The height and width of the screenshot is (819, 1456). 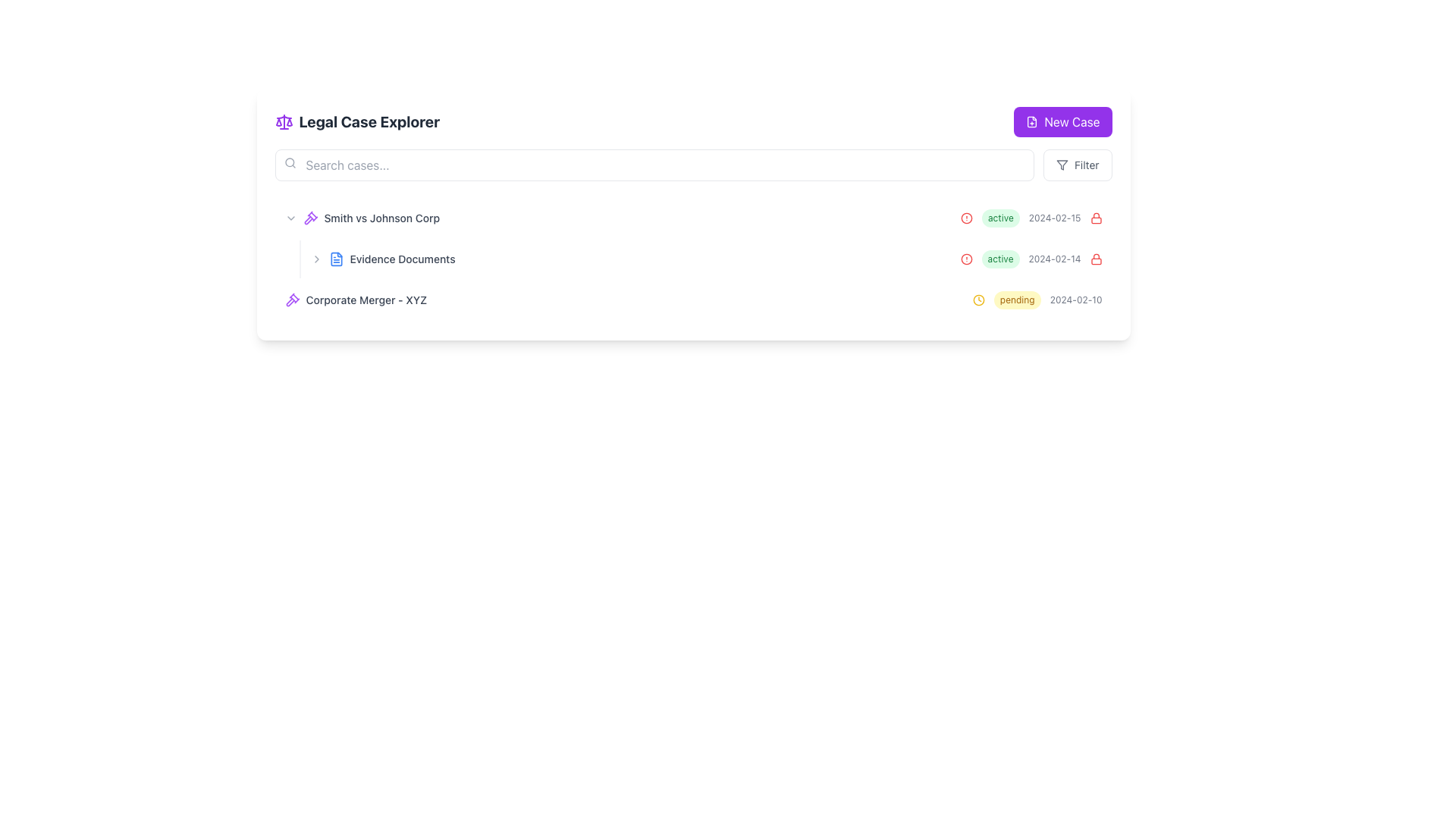 I want to click on the status indicator for 'Evidence Documents', which is the second row item with a green badge indicating active status and a date label, located on the right side of the row, so click(x=1031, y=259).